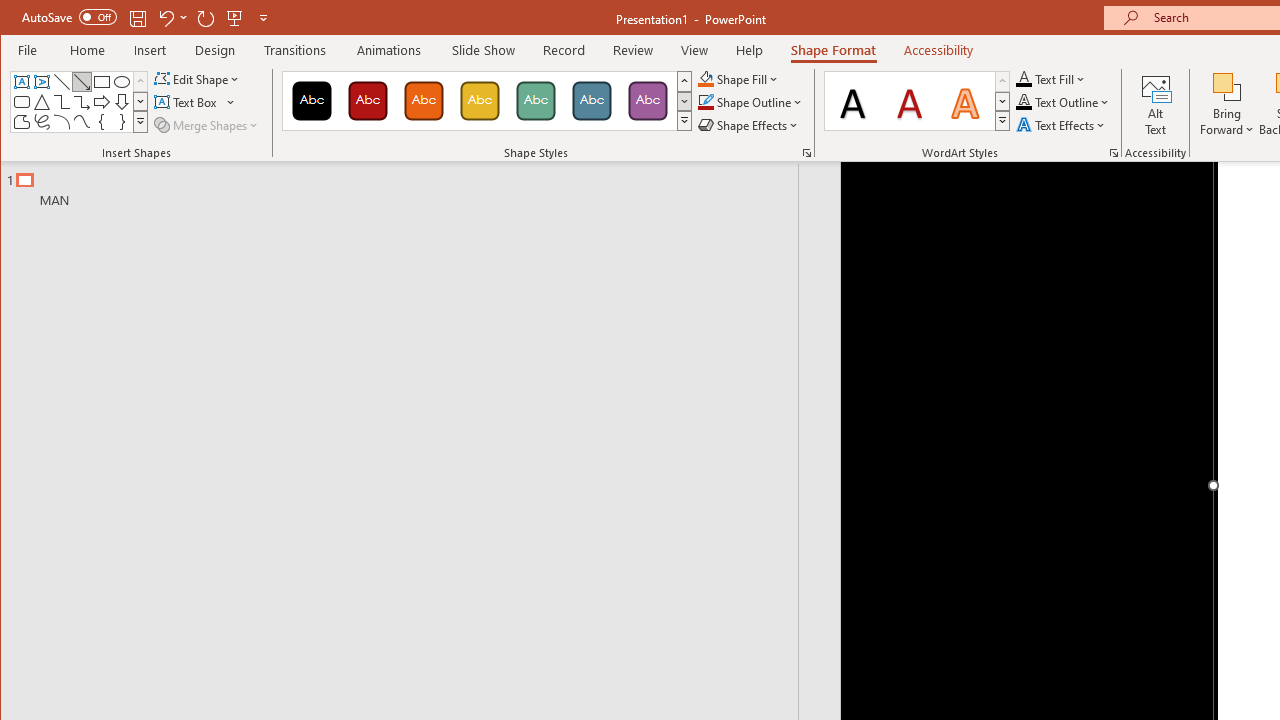 Image resolution: width=1280 pixels, height=720 pixels. What do you see at coordinates (422, 100) in the screenshot?
I see `'Colored Fill - Orange, Accent 2'` at bounding box center [422, 100].